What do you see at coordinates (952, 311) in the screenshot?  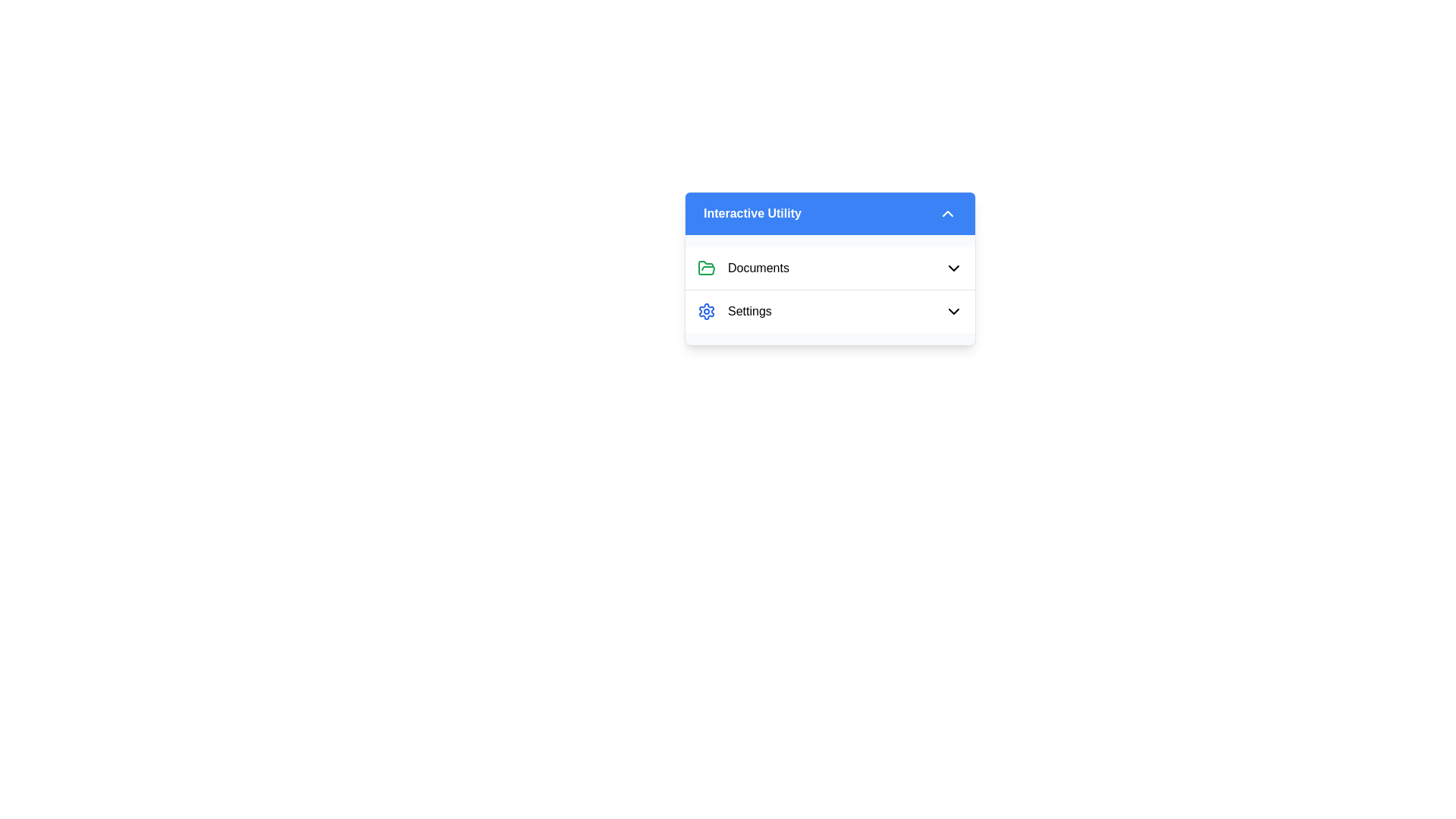 I see `the chevron icon located to the far right of the 'Settings' row under the 'Interactive Utility' header` at bounding box center [952, 311].